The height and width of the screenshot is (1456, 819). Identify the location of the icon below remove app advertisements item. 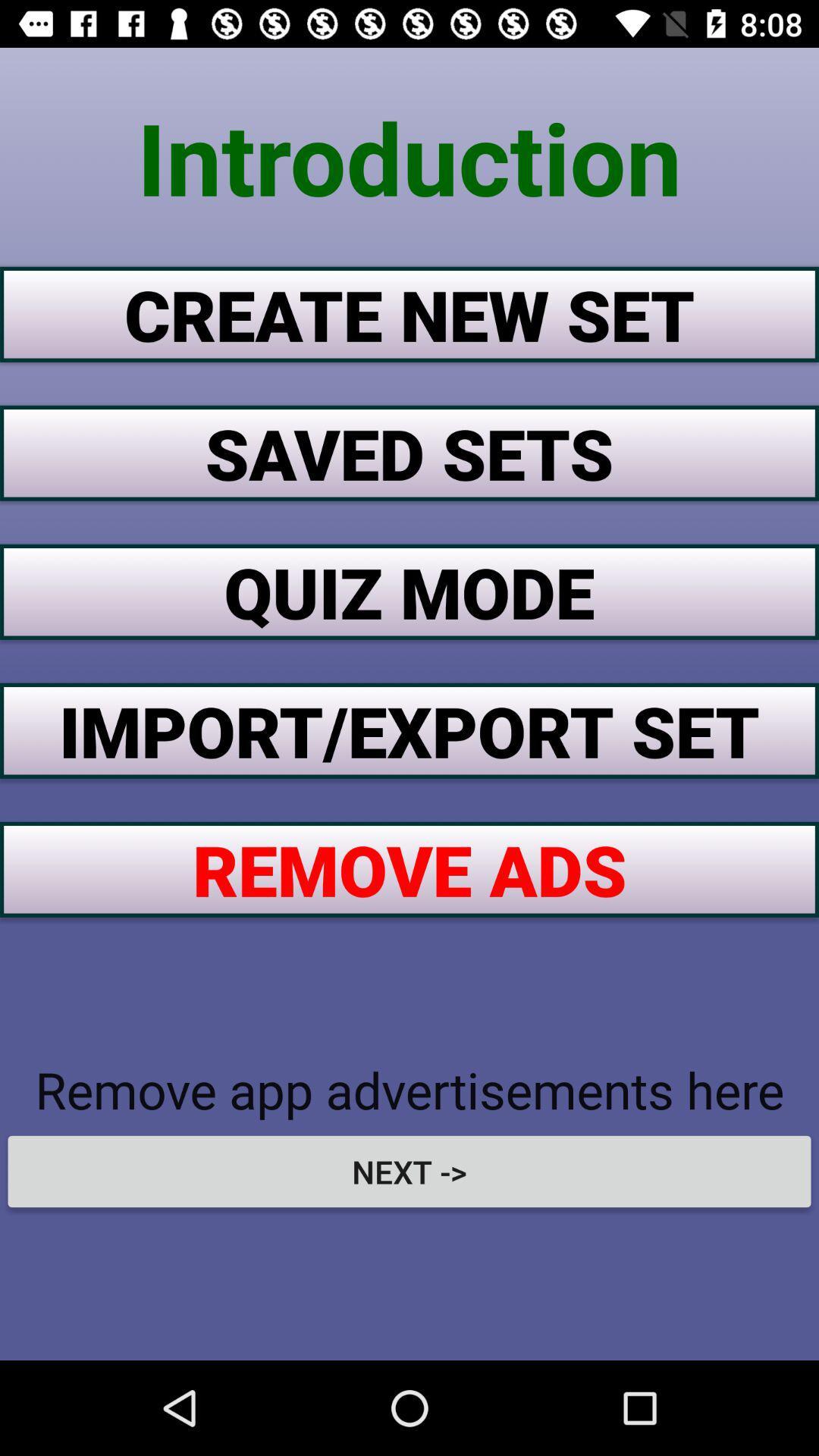
(409, 1171).